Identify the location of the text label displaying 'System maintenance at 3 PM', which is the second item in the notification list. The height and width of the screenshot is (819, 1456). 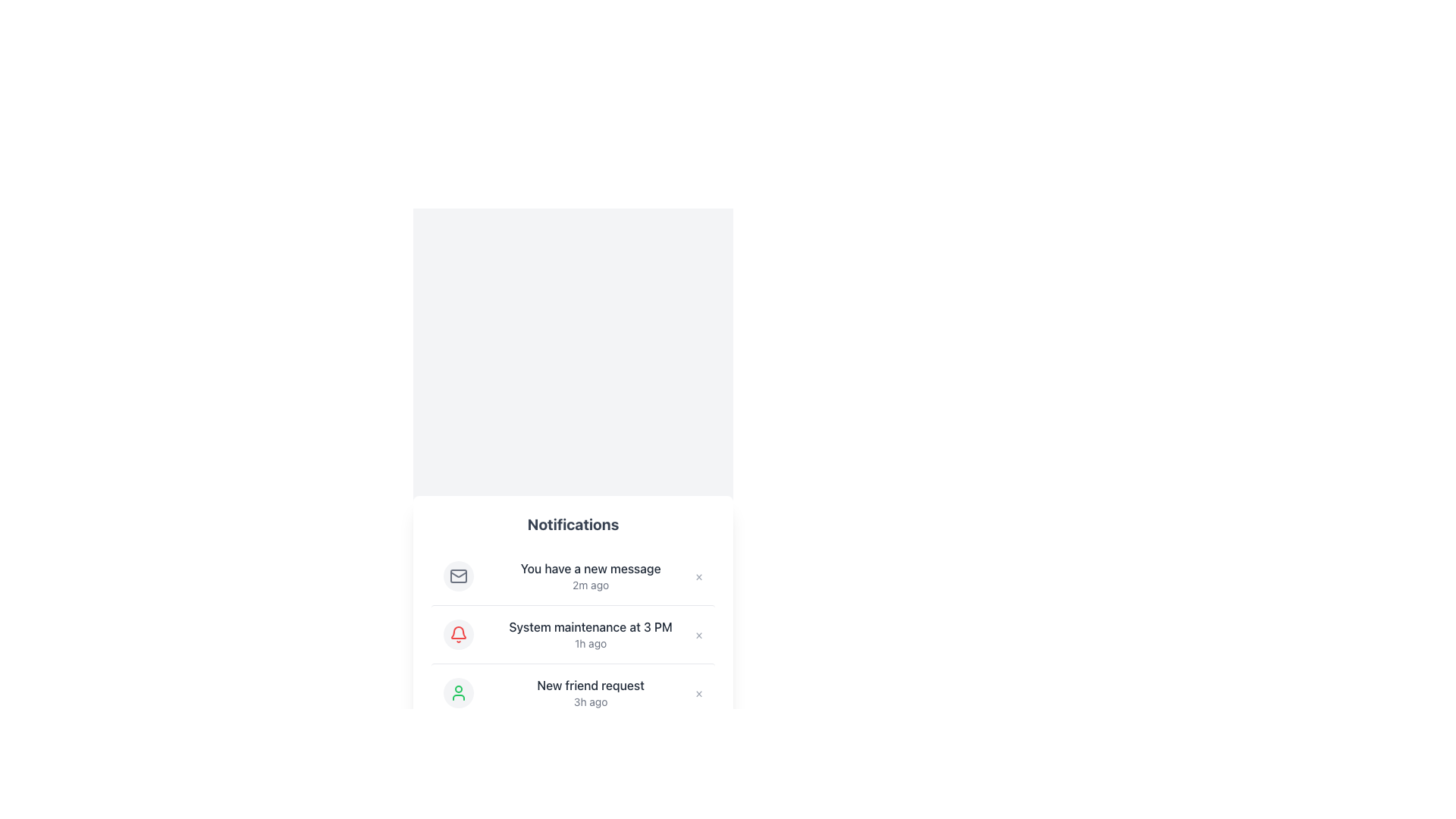
(590, 626).